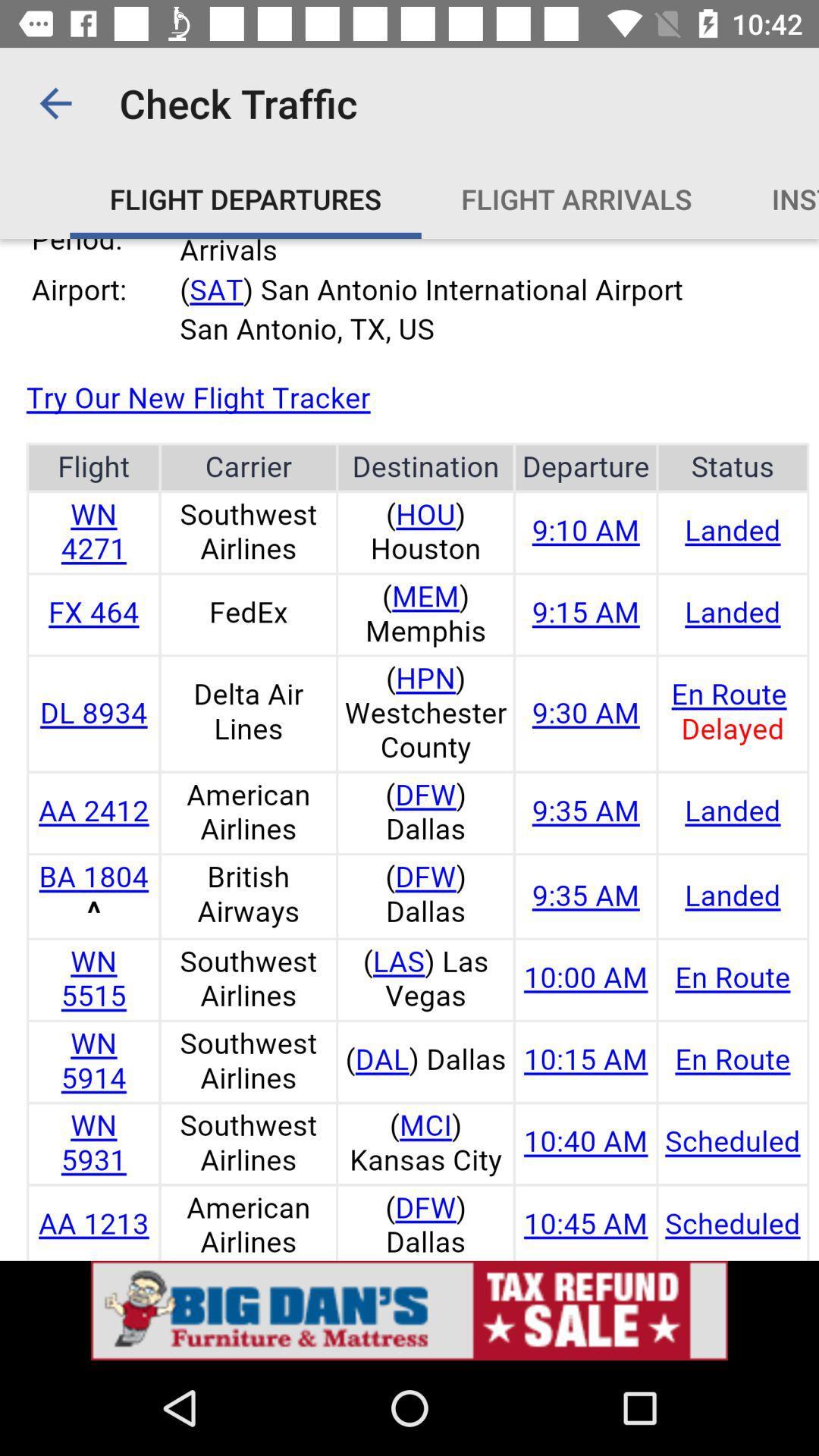  I want to click on open advertisement, so click(409, 1310).